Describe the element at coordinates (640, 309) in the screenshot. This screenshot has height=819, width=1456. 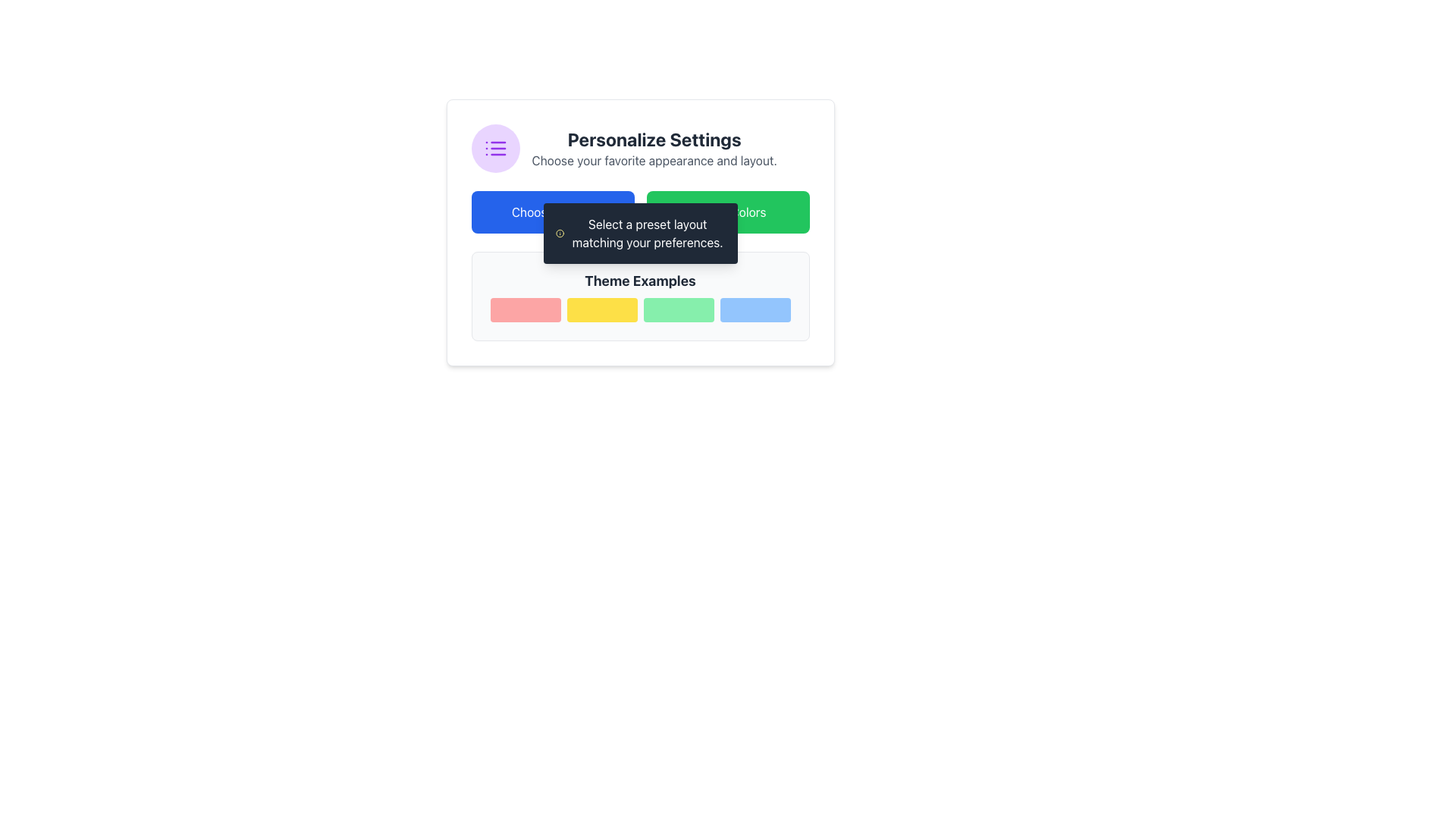
I see `one of the colored sections in the 'Theme Examples' grid layout` at that location.